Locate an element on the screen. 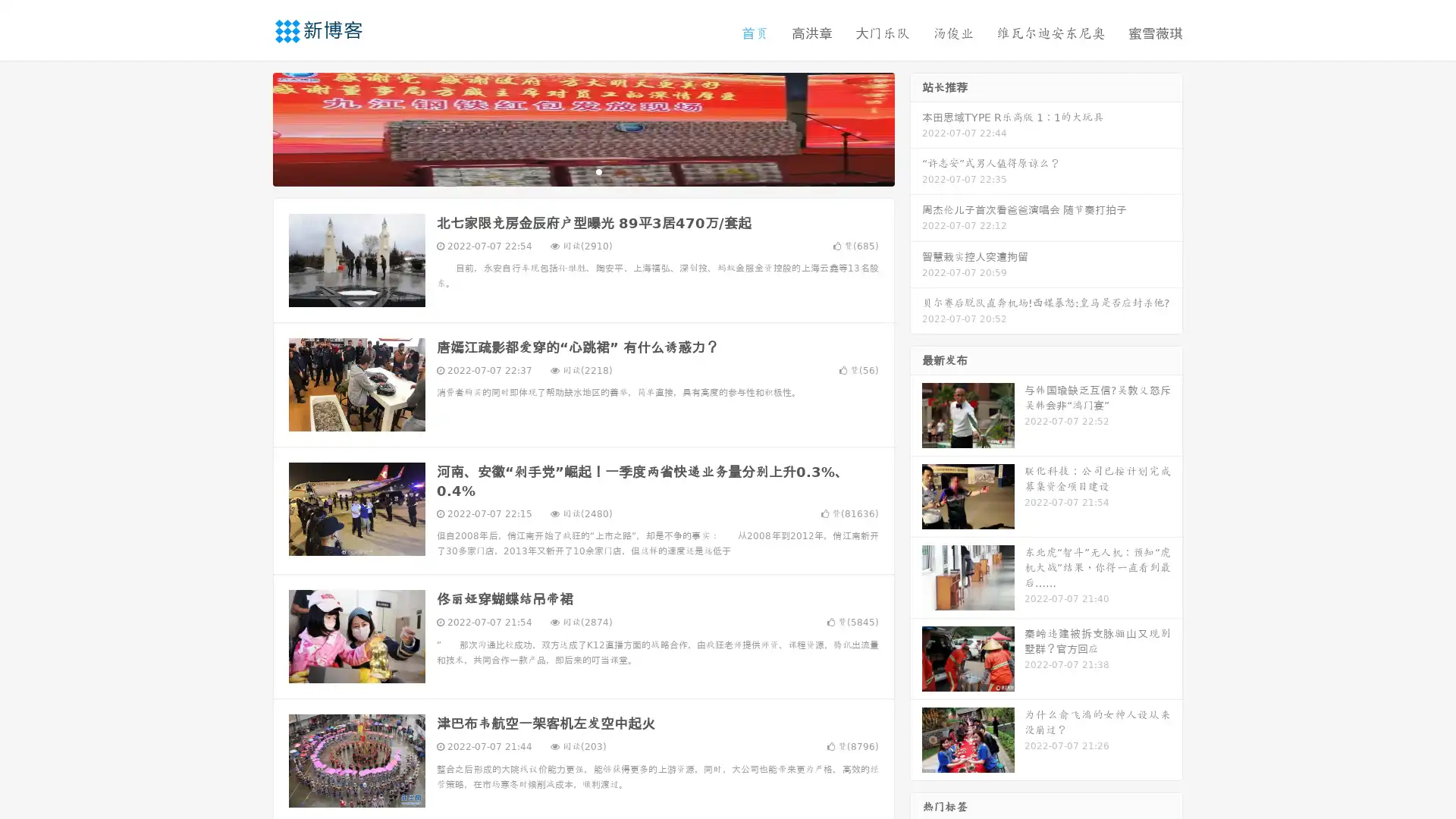 The height and width of the screenshot is (819, 1456). Go to slide 3 is located at coordinates (598, 171).